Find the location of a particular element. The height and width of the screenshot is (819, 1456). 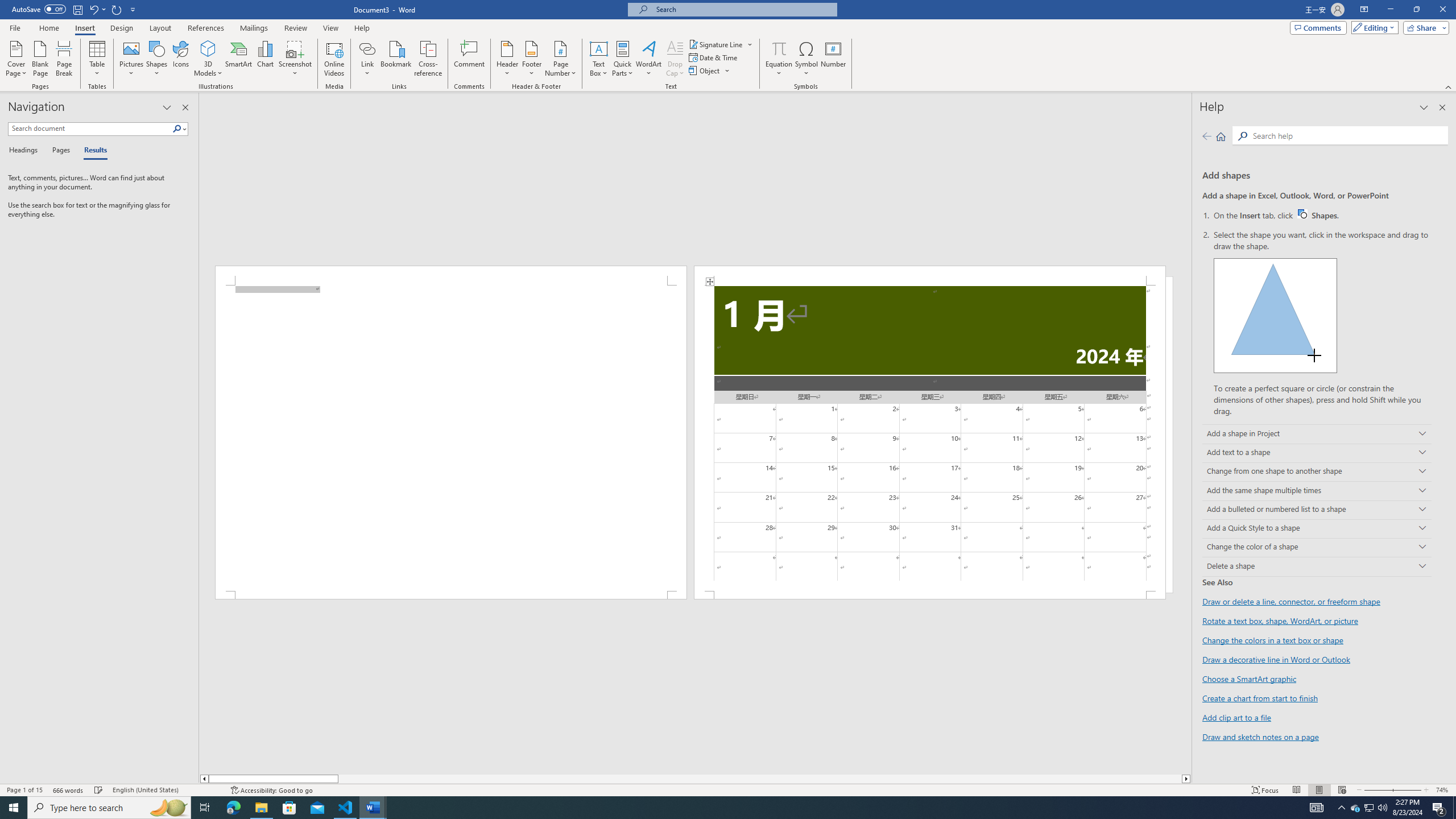

'Customize Quick Access Toolbar' is located at coordinates (133, 9).